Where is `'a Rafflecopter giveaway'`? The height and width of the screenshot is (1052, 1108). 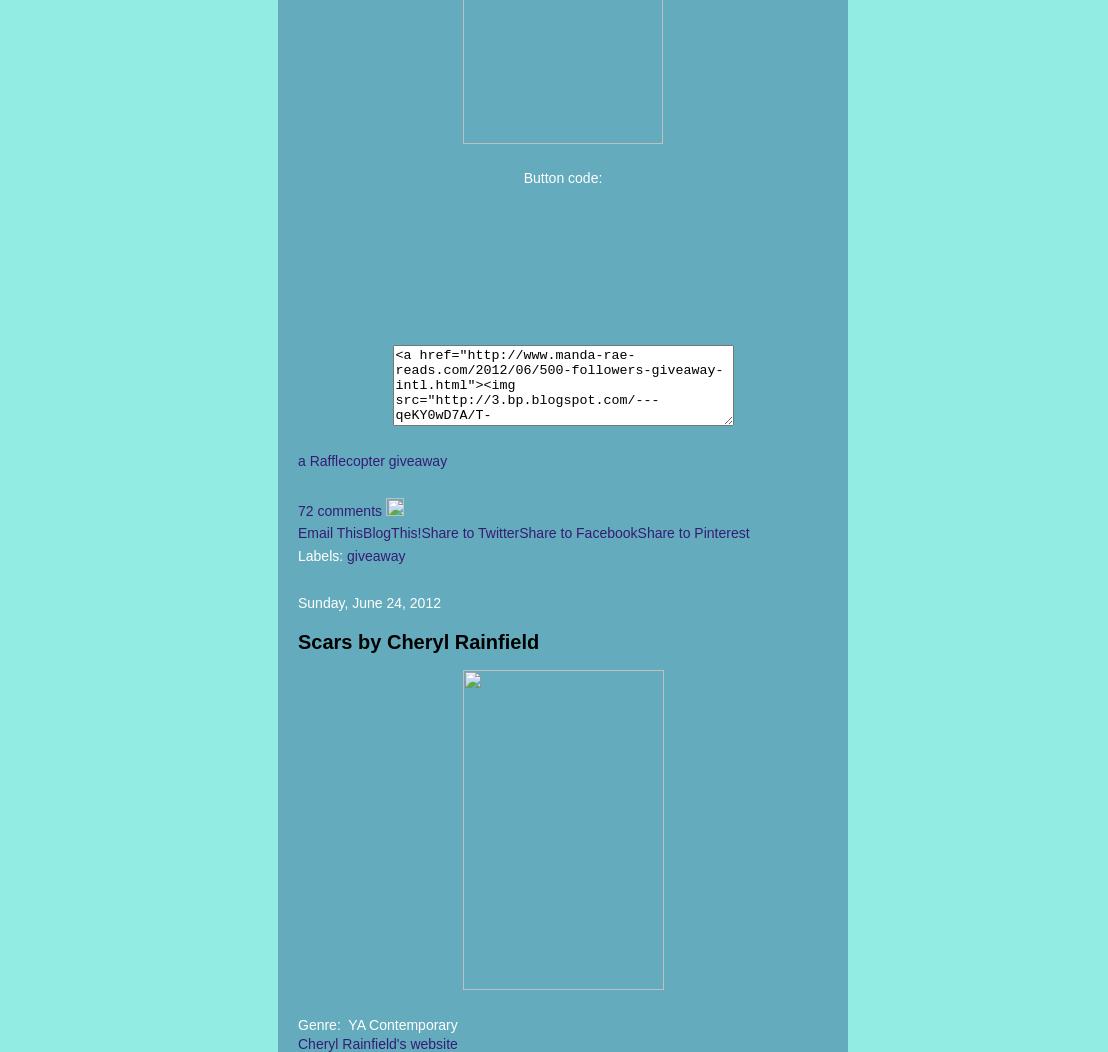 'a Rafflecopter giveaway' is located at coordinates (372, 460).